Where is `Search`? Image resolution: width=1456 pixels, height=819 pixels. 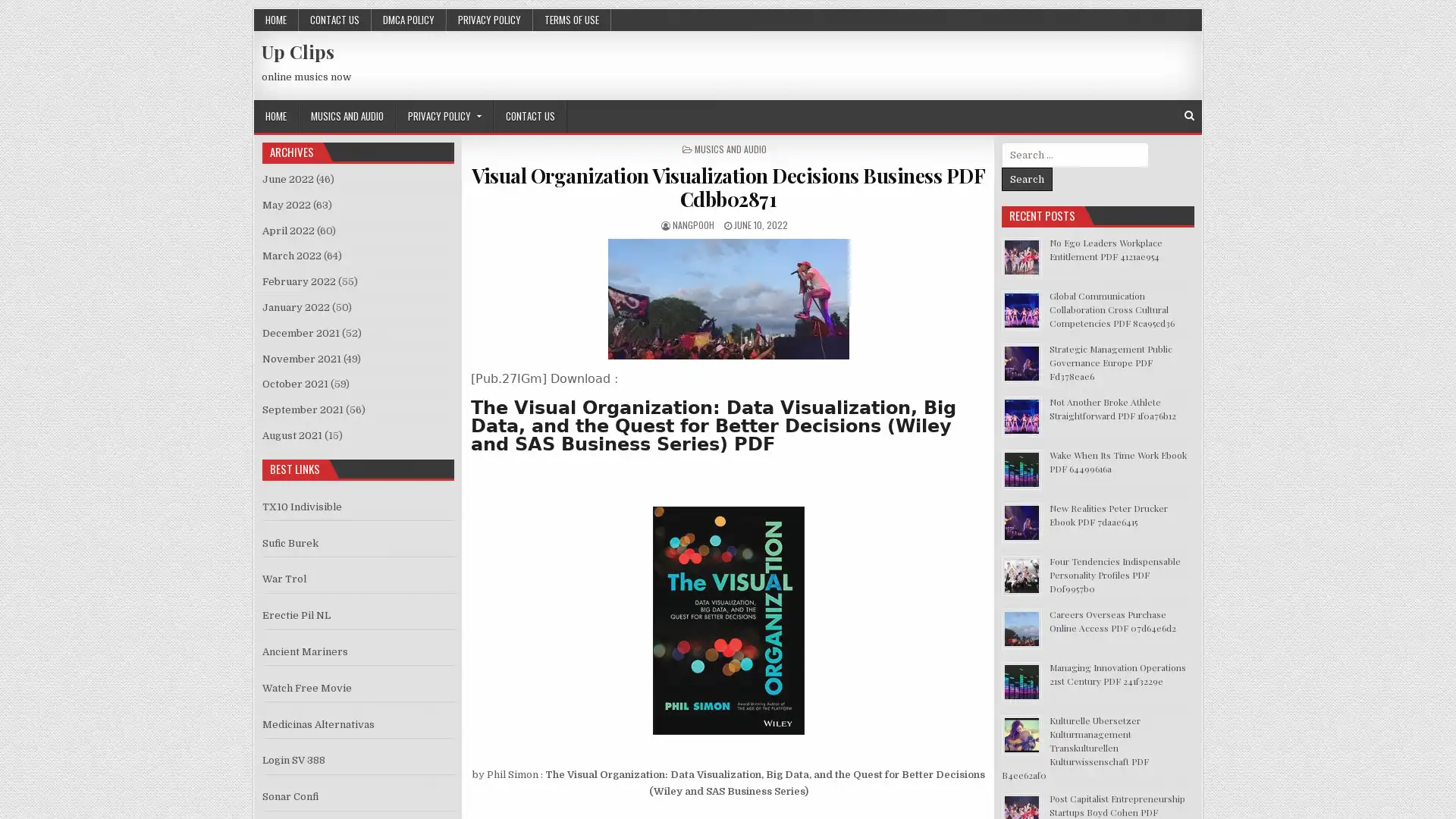 Search is located at coordinates (1027, 178).